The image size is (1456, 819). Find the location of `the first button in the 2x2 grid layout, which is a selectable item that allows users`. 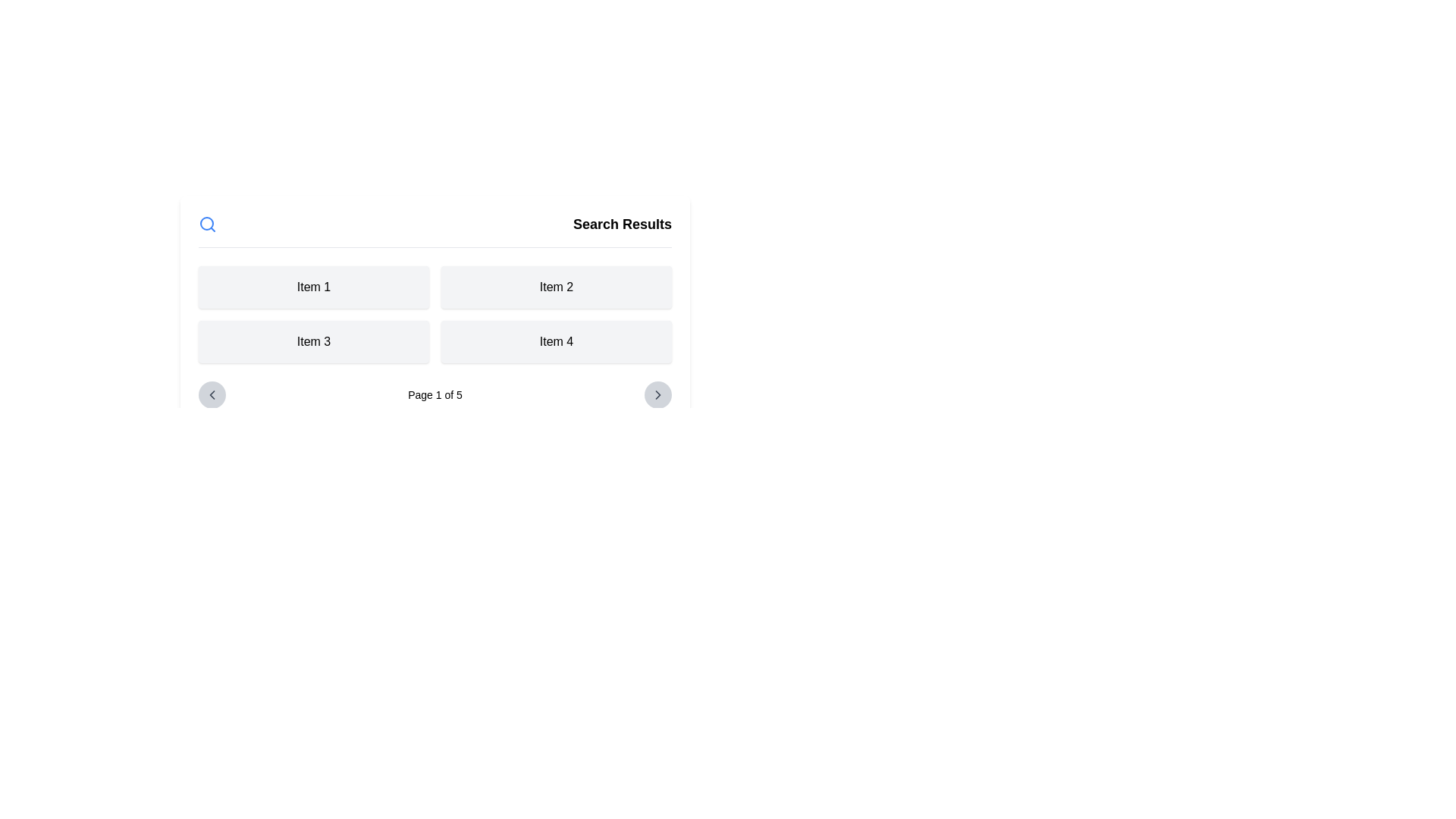

the first button in the 2x2 grid layout, which is a selectable item that allows users is located at coordinates (312, 287).